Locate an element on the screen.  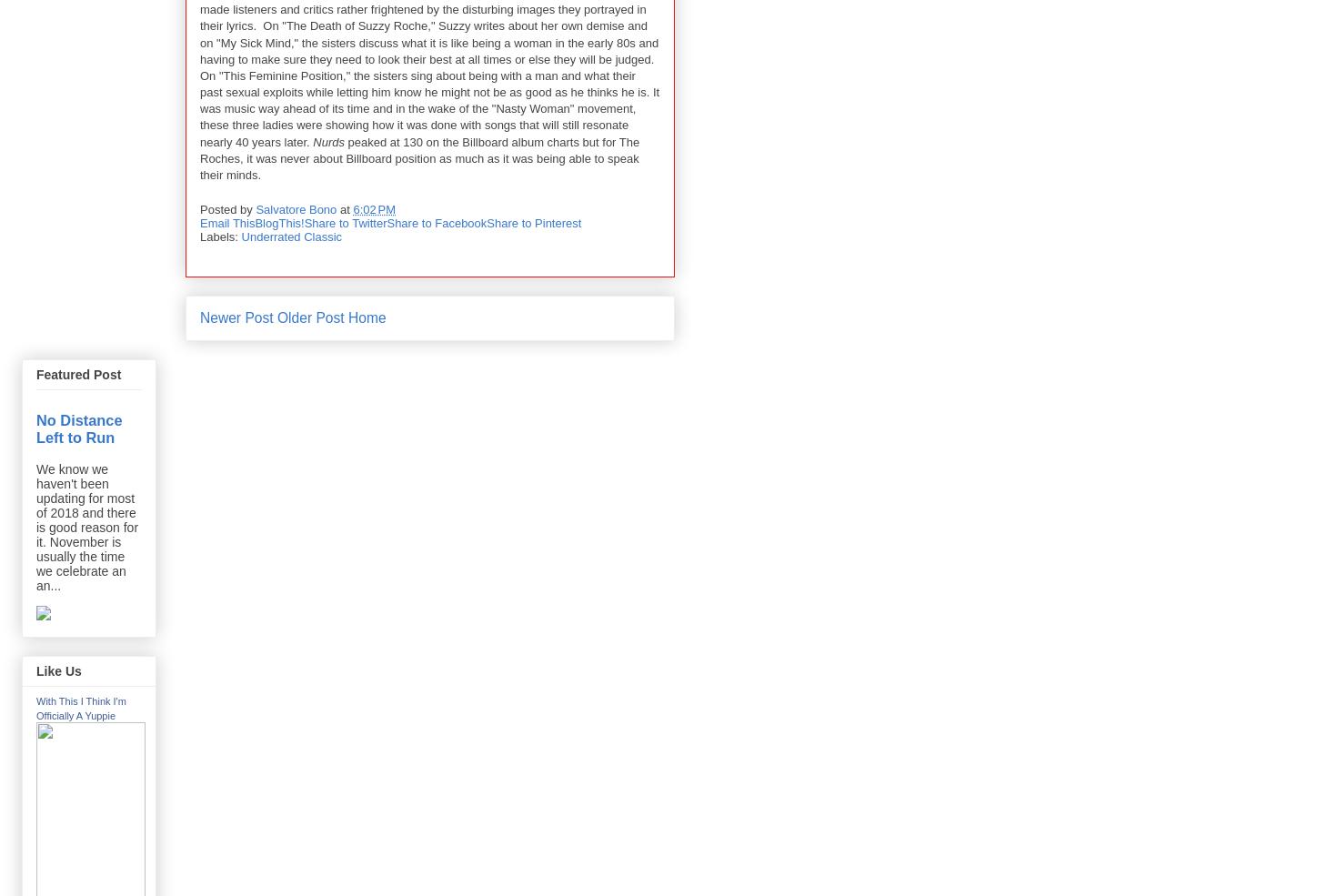
'at' is located at coordinates (346, 207).